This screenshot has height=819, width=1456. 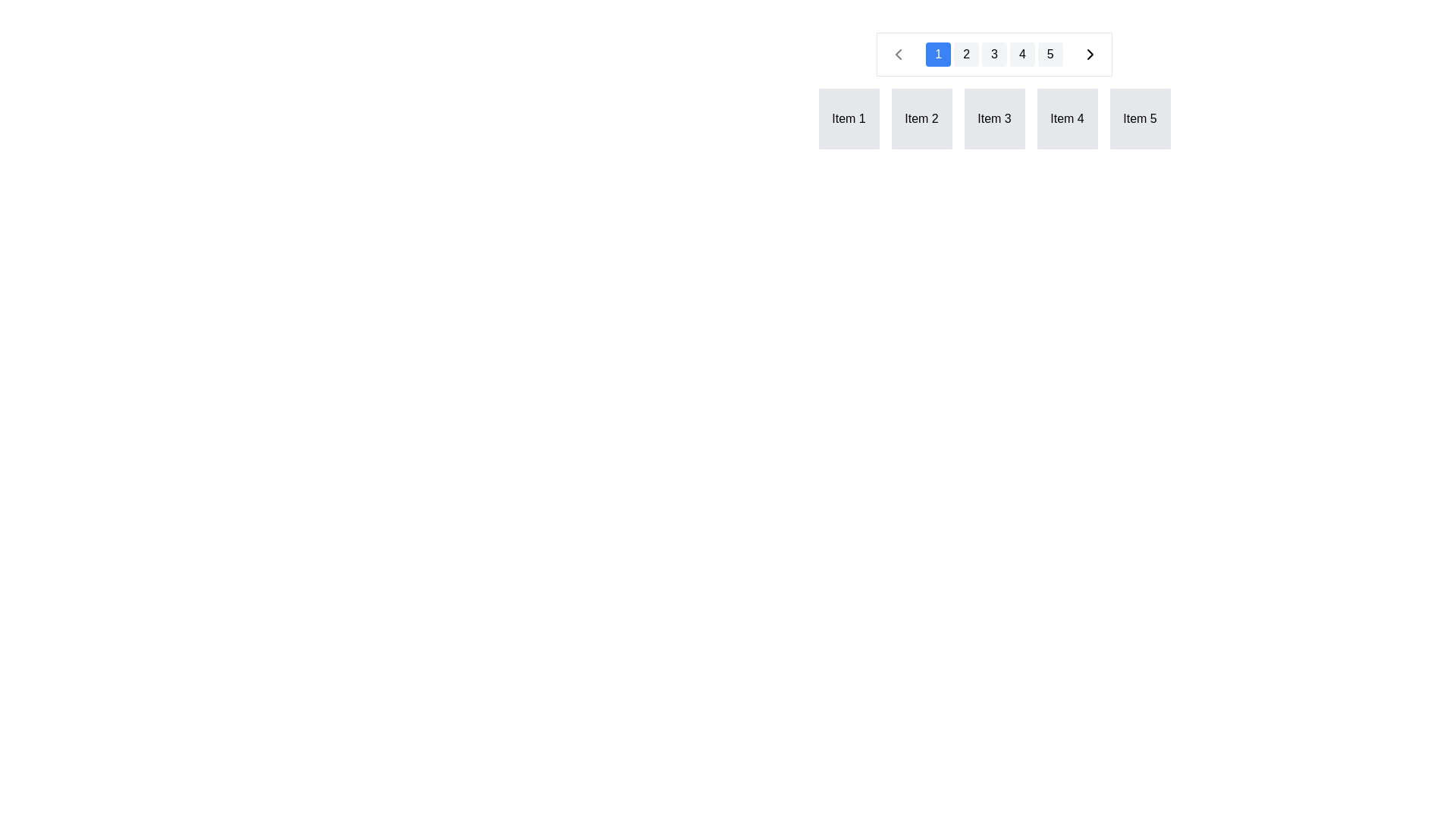 I want to click on the rightward-pointing chevron navigation icon located in the pagination control, so click(x=1089, y=54).